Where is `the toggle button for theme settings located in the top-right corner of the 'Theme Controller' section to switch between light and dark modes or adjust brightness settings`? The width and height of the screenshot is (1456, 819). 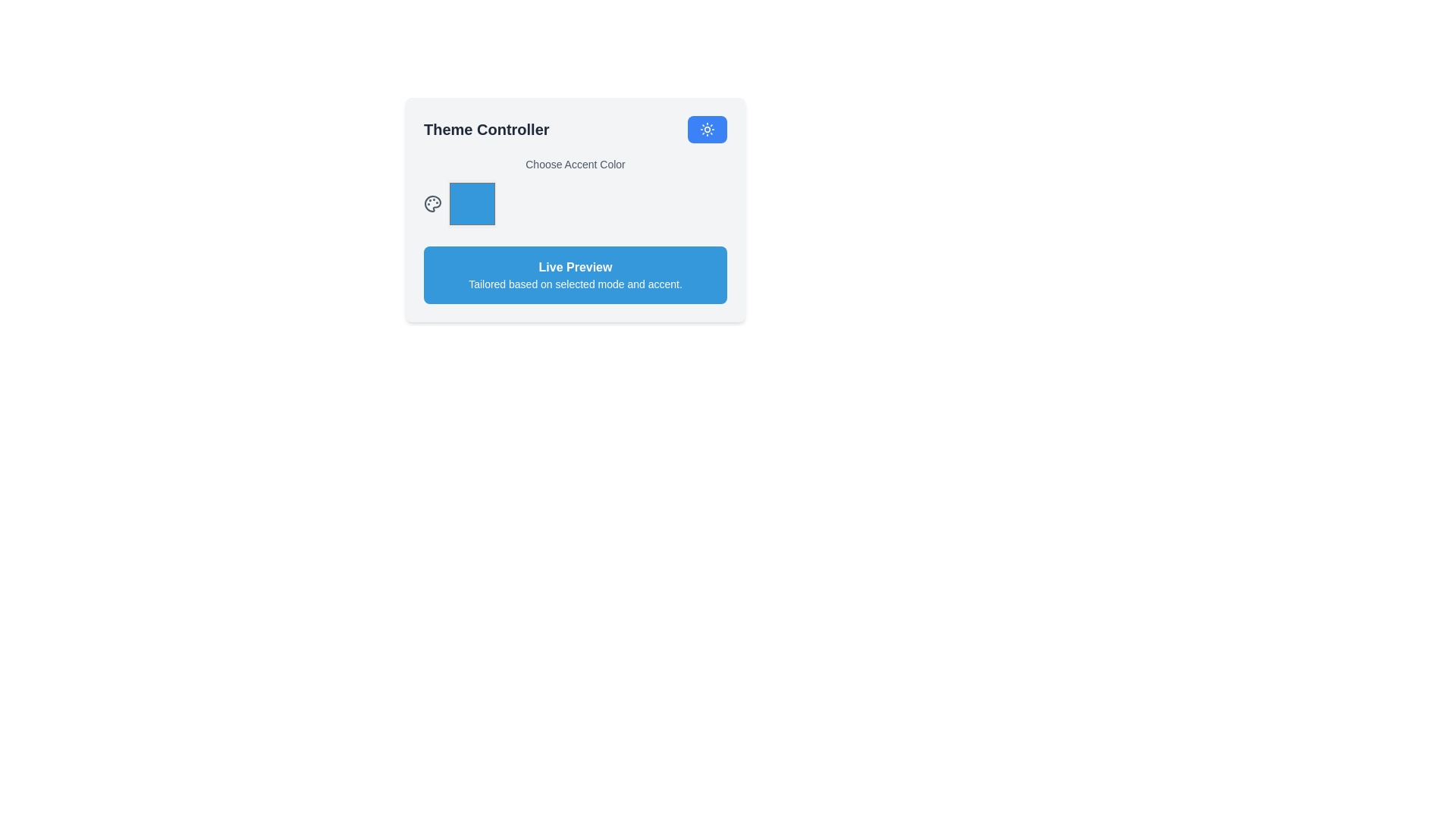
the toggle button for theme settings located in the top-right corner of the 'Theme Controller' section to switch between light and dark modes or adjust brightness settings is located at coordinates (706, 128).